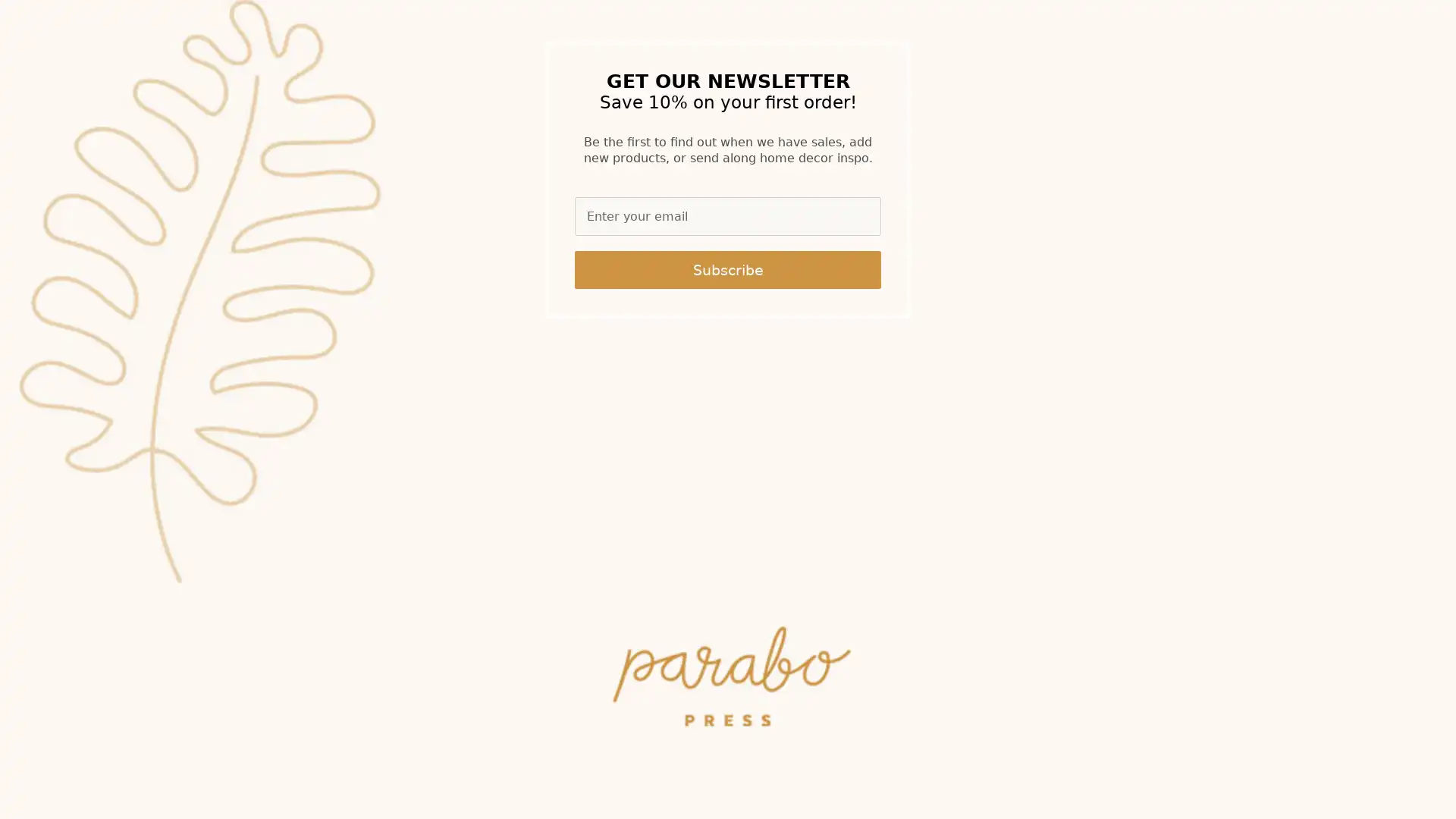  What do you see at coordinates (728, 268) in the screenshot?
I see `Subscribe` at bounding box center [728, 268].